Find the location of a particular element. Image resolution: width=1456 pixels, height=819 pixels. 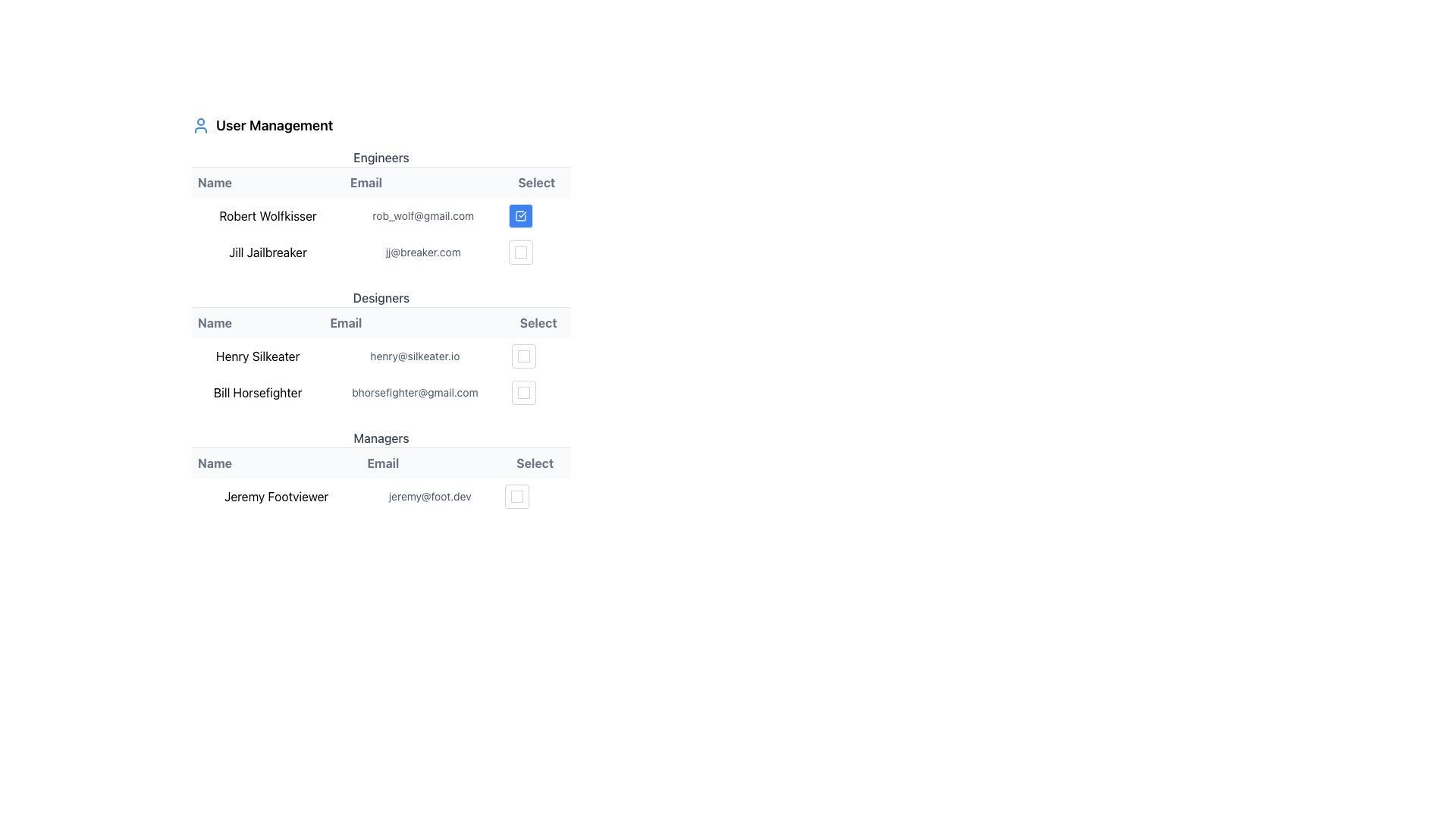

the checkbox corresponding to 'Henry Silkeater' in the 'Select' column of the 'Designers' table is located at coordinates (524, 356).